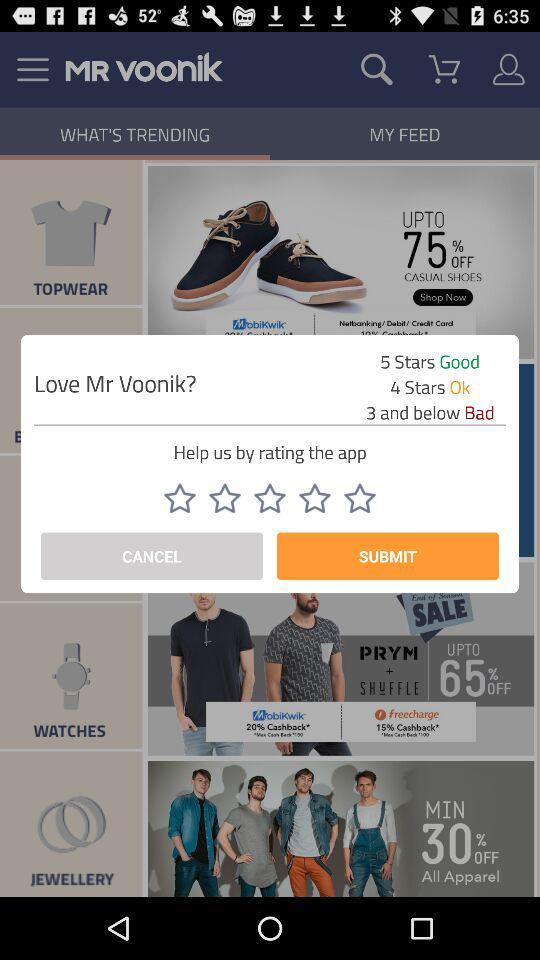  Describe the element at coordinates (270, 497) in the screenshot. I see `item below help us by icon` at that location.